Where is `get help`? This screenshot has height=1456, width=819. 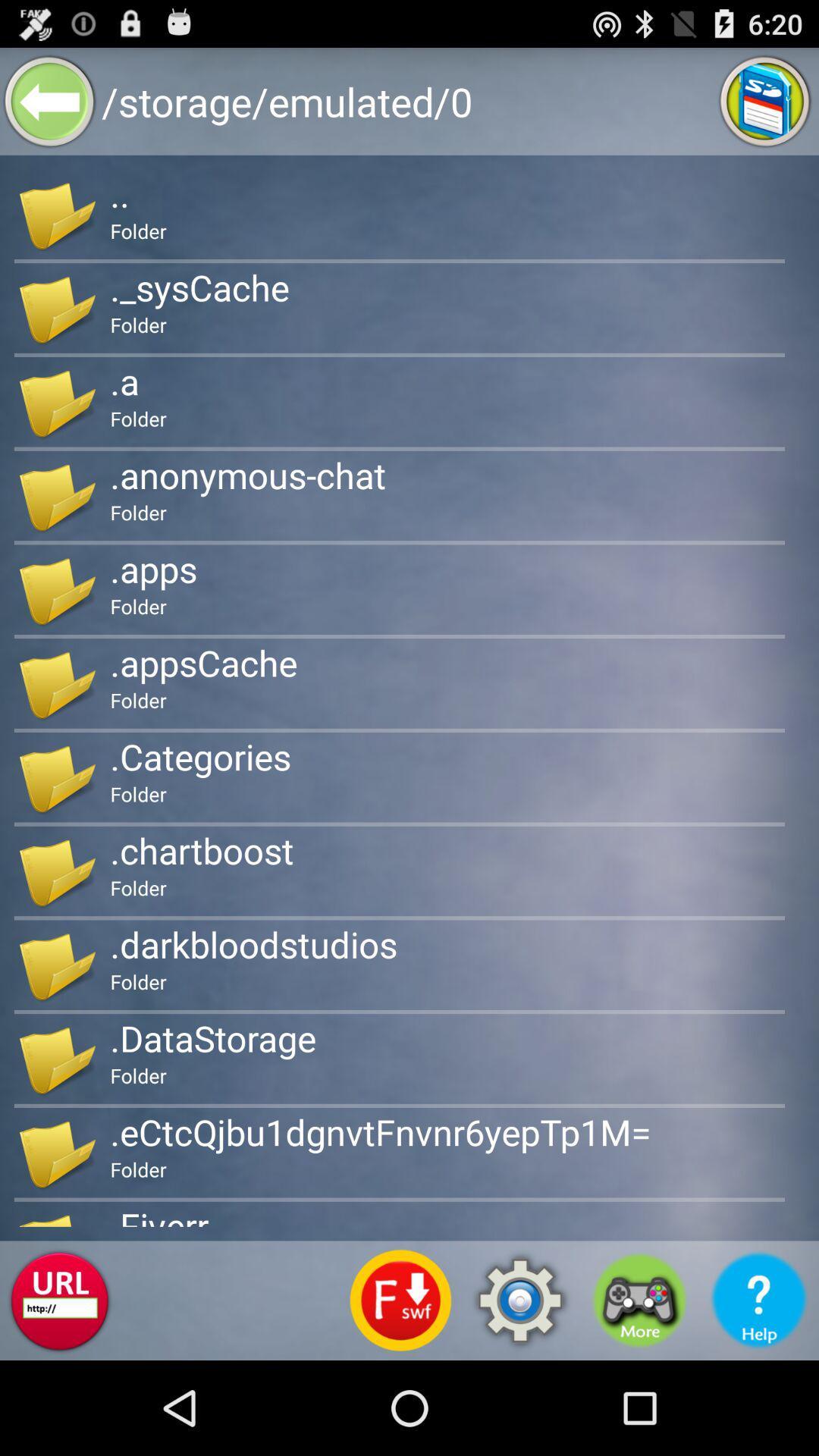 get help is located at coordinates (759, 1300).